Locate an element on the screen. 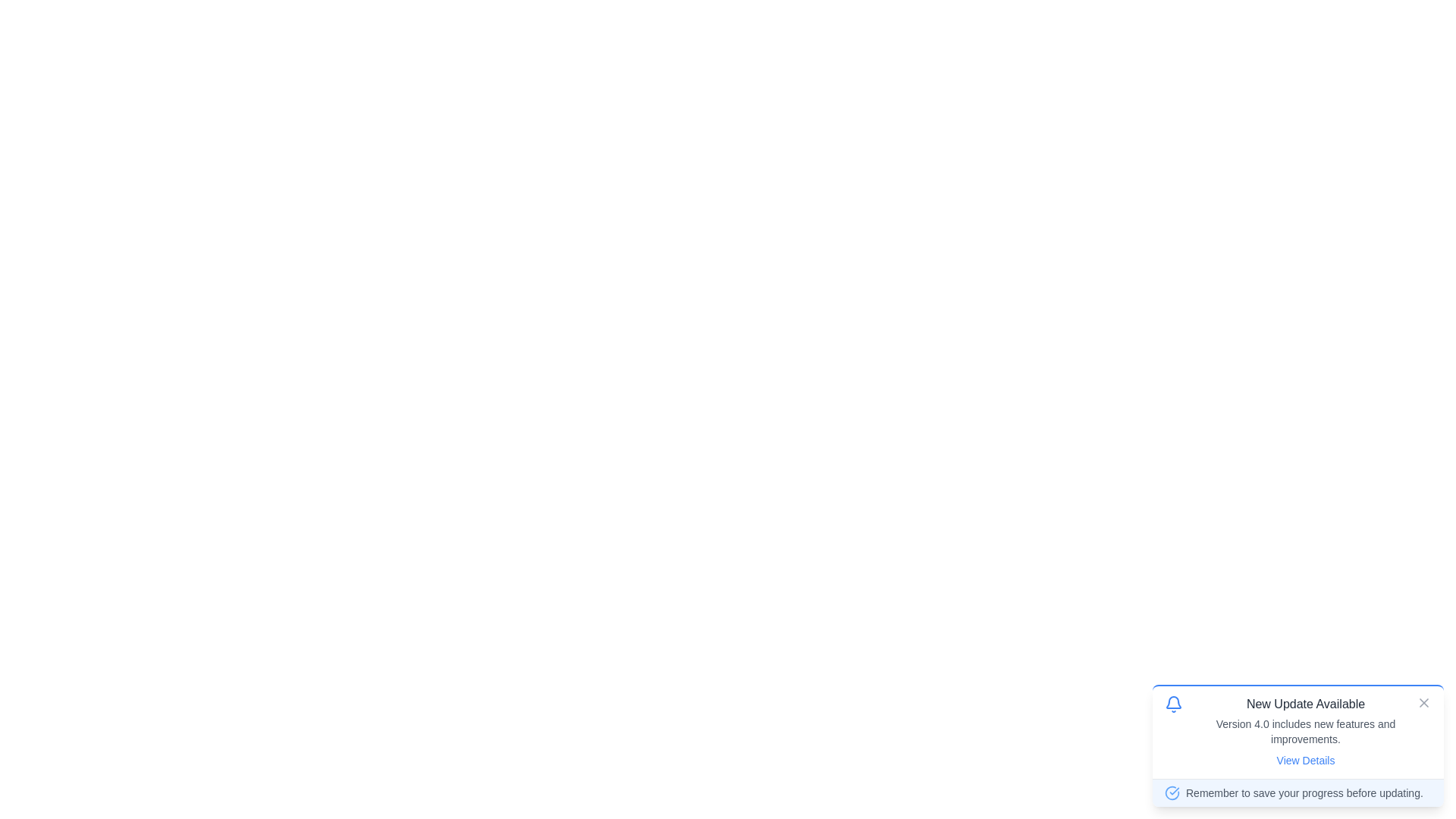 This screenshot has height=819, width=1456. the Close button icon located at the top-right corner of the notification card is located at coordinates (1423, 702).